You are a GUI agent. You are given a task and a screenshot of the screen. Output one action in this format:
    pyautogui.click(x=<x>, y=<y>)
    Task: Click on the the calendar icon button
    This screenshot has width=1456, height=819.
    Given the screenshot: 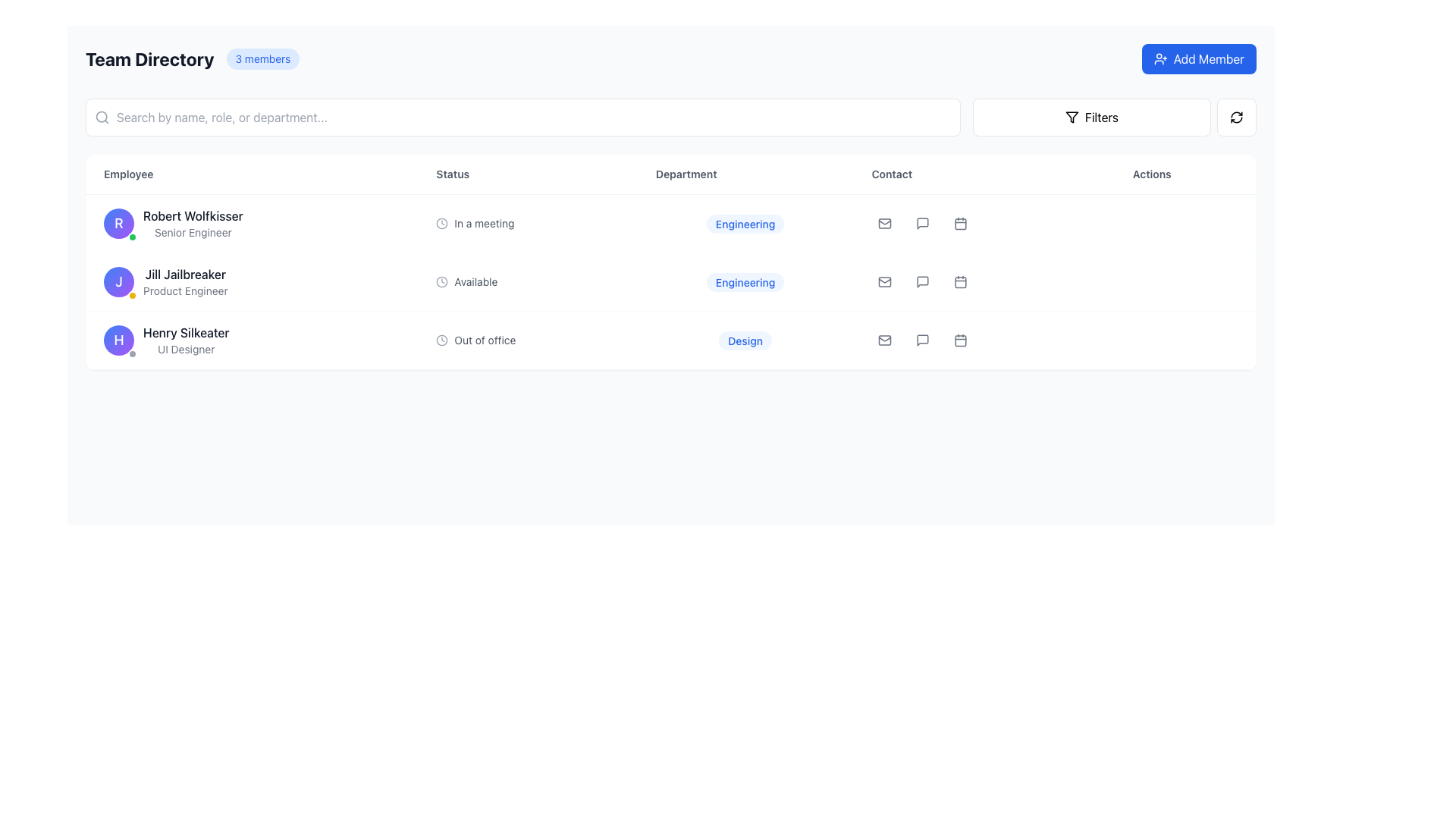 What is the action you would take?
    pyautogui.click(x=959, y=281)
    